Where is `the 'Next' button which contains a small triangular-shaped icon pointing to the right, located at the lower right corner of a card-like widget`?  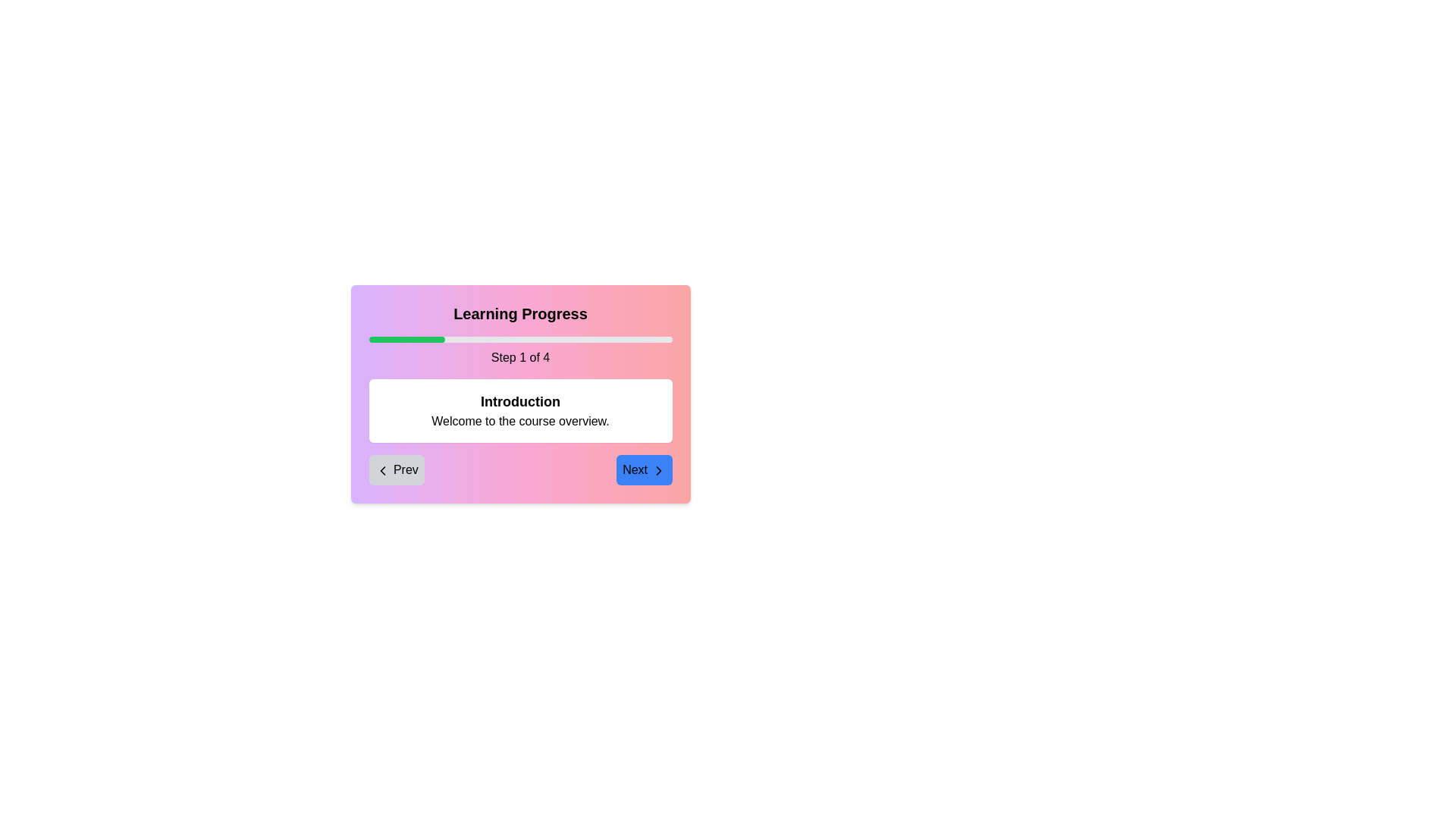
the 'Next' button which contains a small triangular-shaped icon pointing to the right, located at the lower right corner of a card-like widget is located at coordinates (658, 469).